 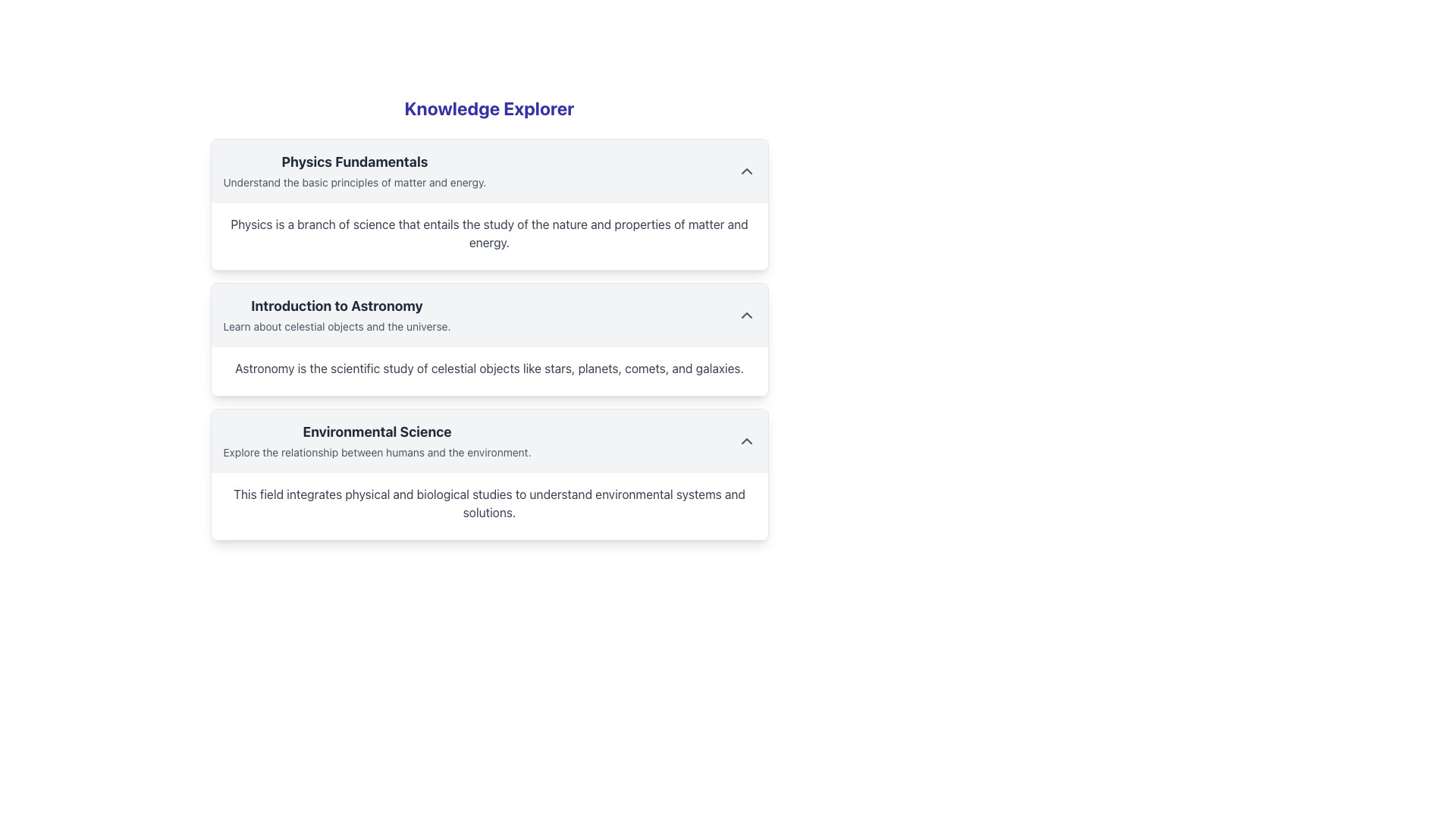 I want to click on the title 'Physics Fundamentals', so click(x=353, y=171).